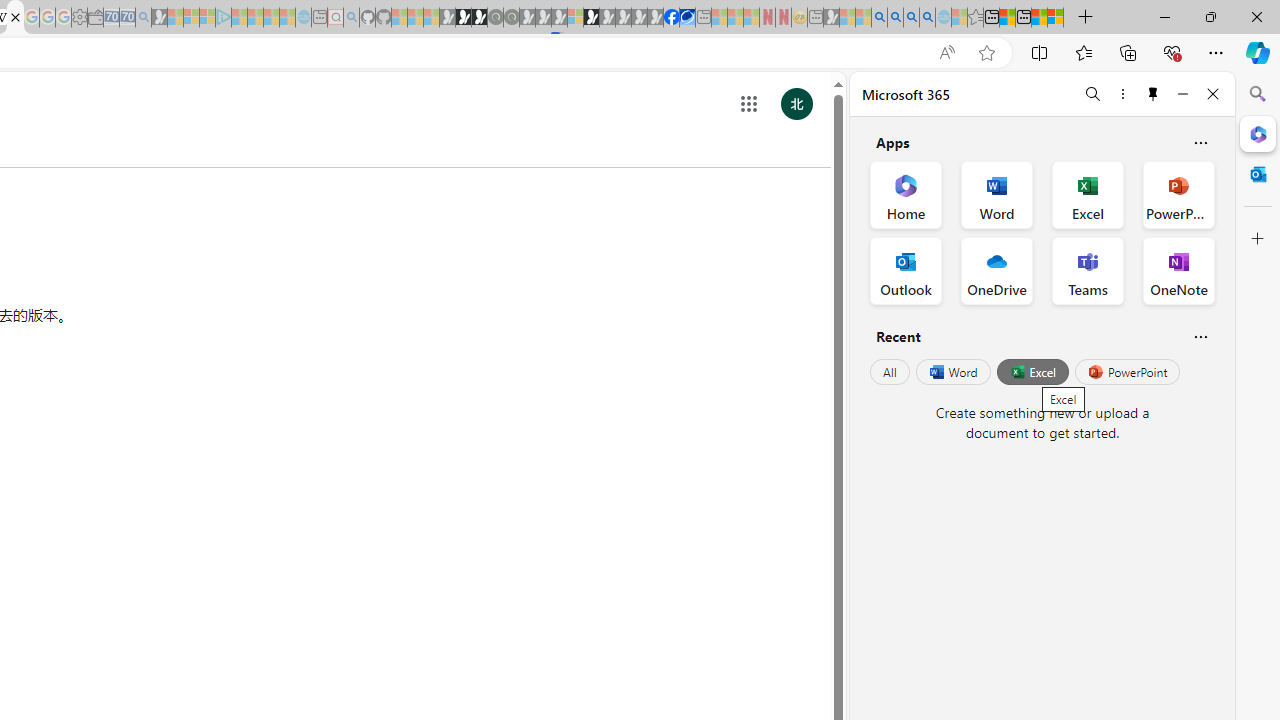 The width and height of the screenshot is (1280, 720). I want to click on 'Favorites - Sleeping', so click(975, 17).